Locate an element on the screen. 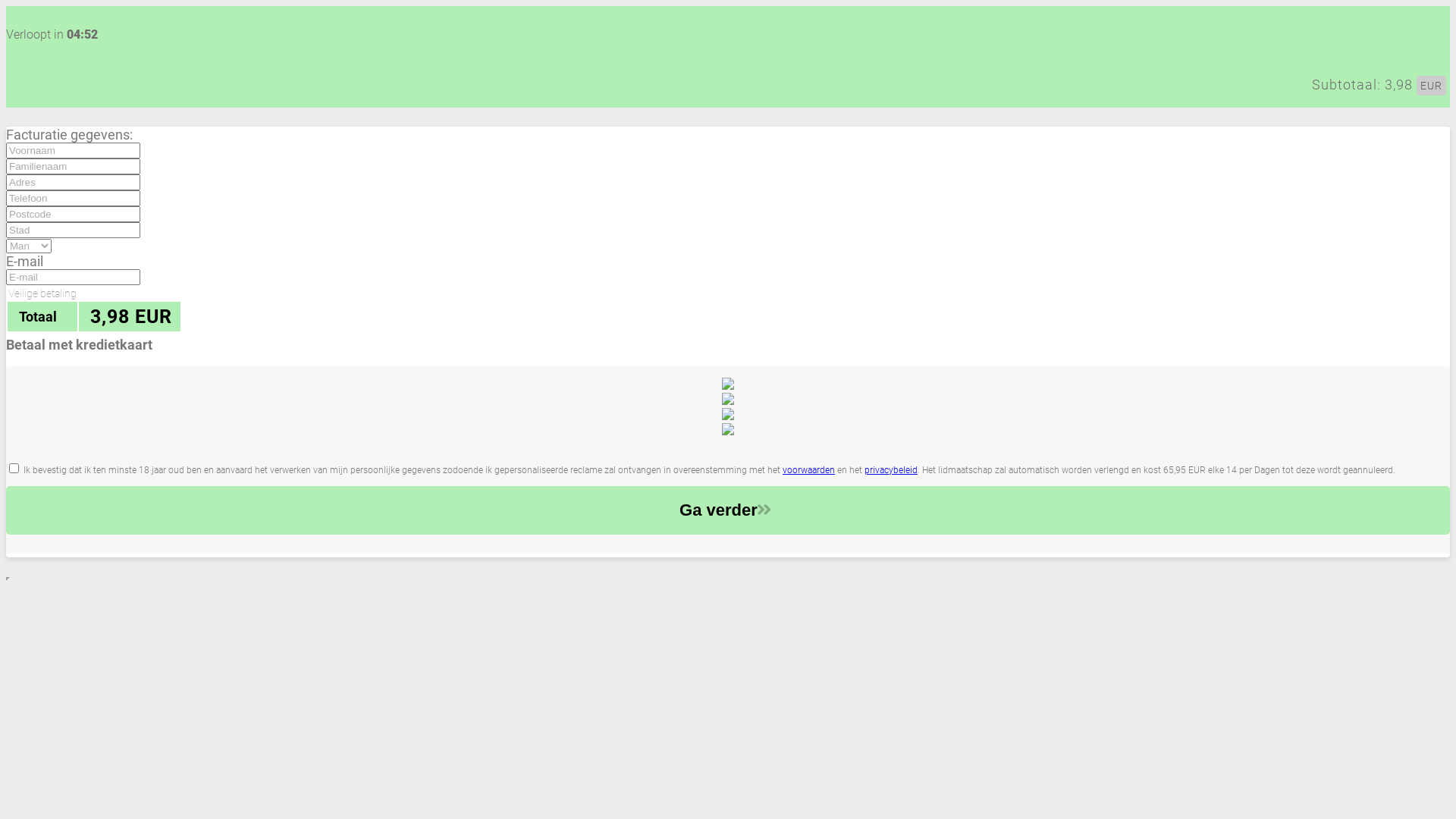  'Ga verder' is located at coordinates (728, 510).